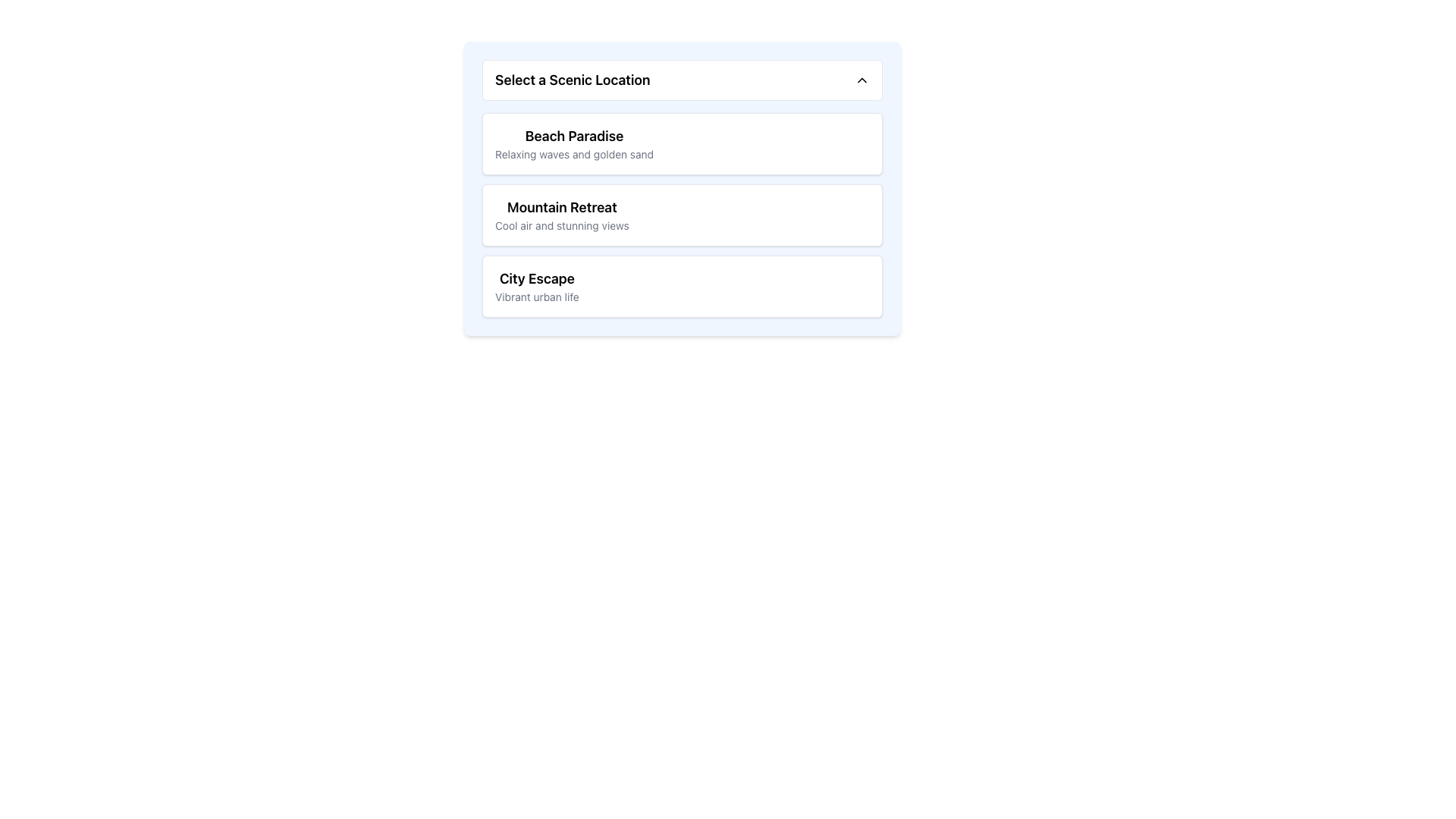  What do you see at coordinates (573, 136) in the screenshot?
I see `the 'Beach Paradise' text label, which serves as a heading for a selectable option in the 'Select a Scenic Location' dropdown` at bounding box center [573, 136].